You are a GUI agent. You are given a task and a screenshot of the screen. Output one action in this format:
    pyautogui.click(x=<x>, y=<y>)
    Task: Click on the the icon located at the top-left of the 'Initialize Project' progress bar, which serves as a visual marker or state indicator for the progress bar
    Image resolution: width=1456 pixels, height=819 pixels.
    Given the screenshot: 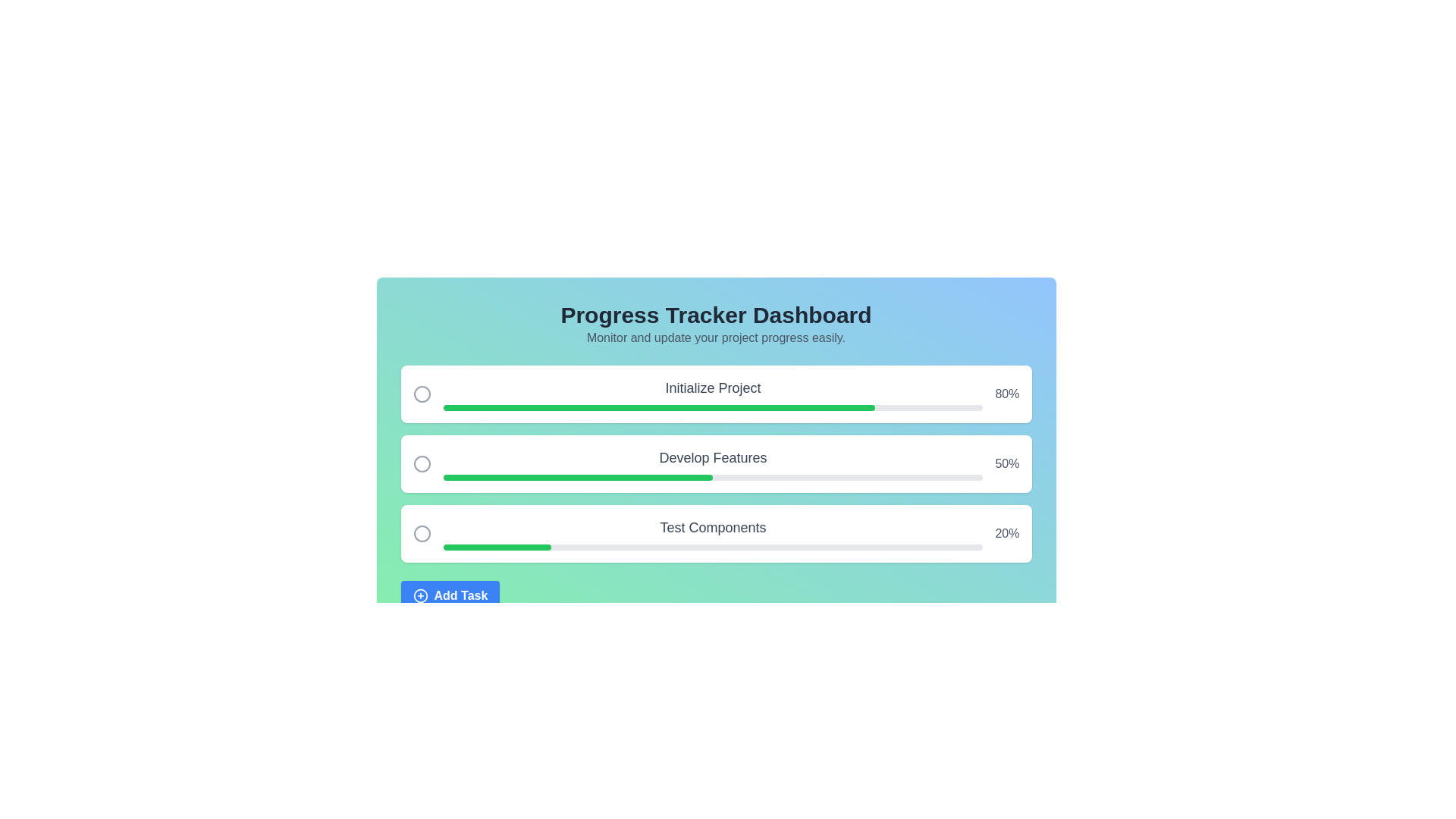 What is the action you would take?
    pyautogui.click(x=422, y=394)
    